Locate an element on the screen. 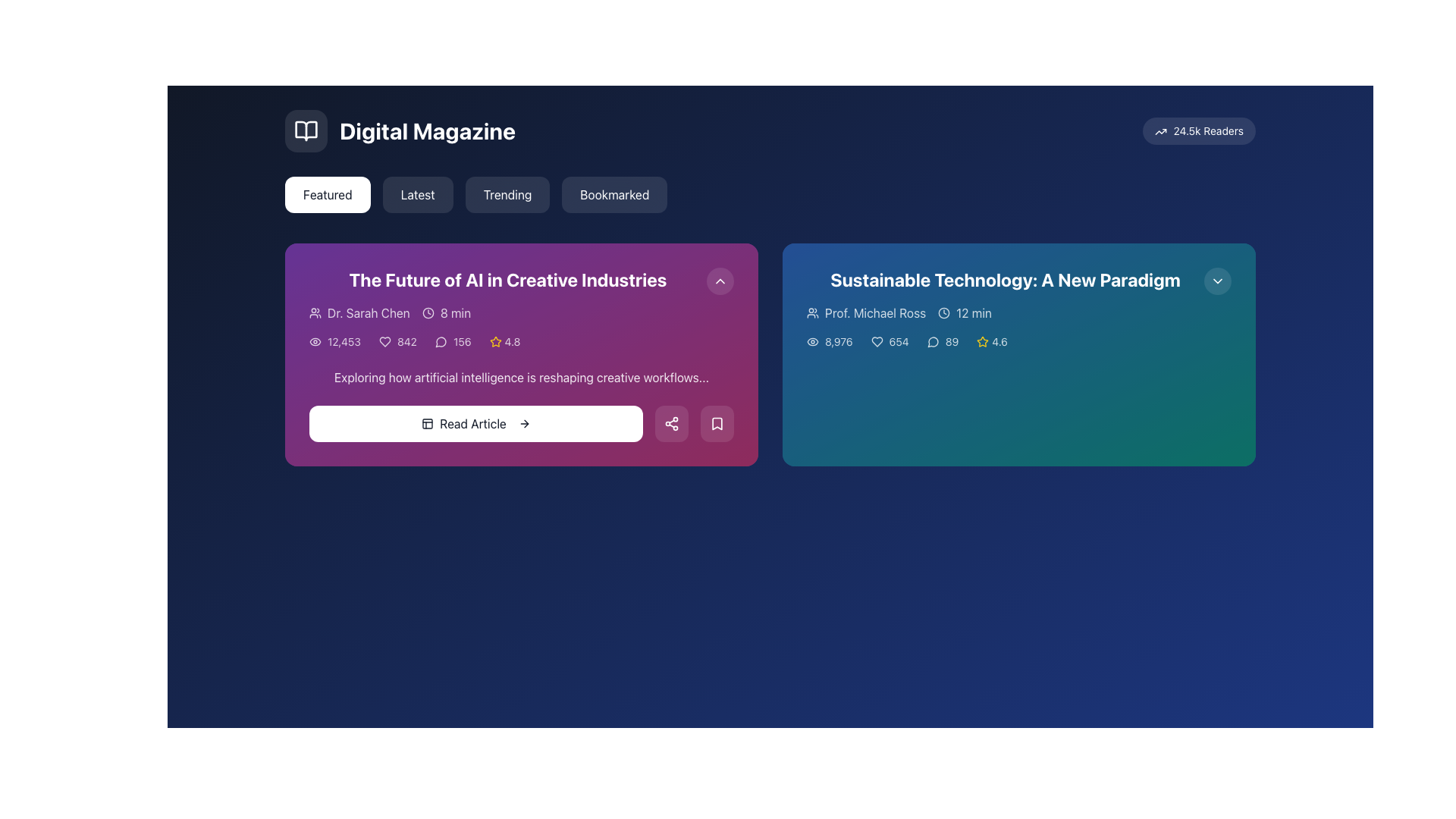  the circular icon styled with the 'lucide-message-circle' class, representing a message or chat bubble, located next to the text '156' under the card titled 'The Future of AI in Creative Industries' is located at coordinates (440, 342).